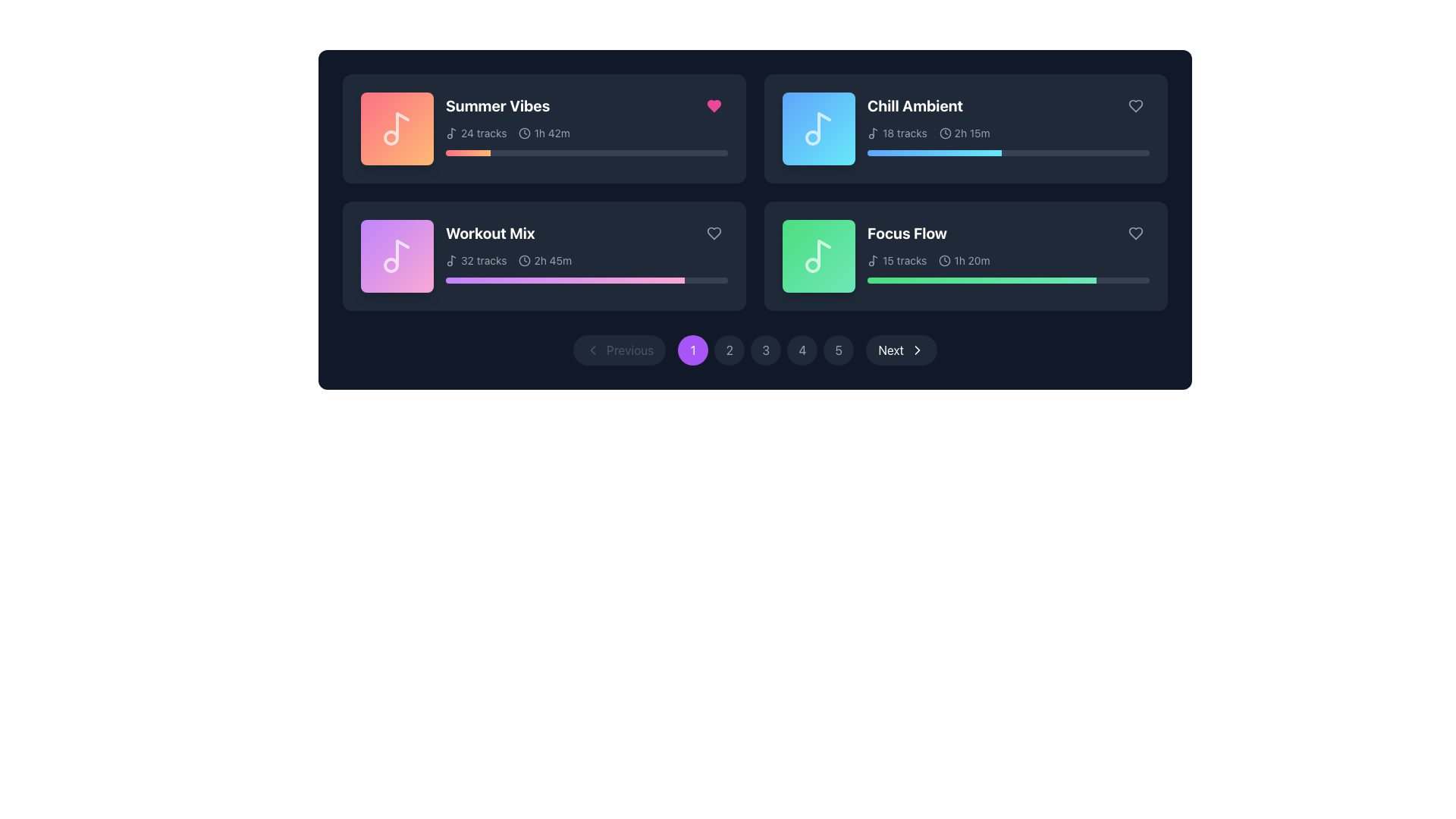 The image size is (1456, 819). I want to click on text value displayed in the bold, large font labeled 'Chill Ambient' located in the upper-right card of the grid layout, so click(915, 105).